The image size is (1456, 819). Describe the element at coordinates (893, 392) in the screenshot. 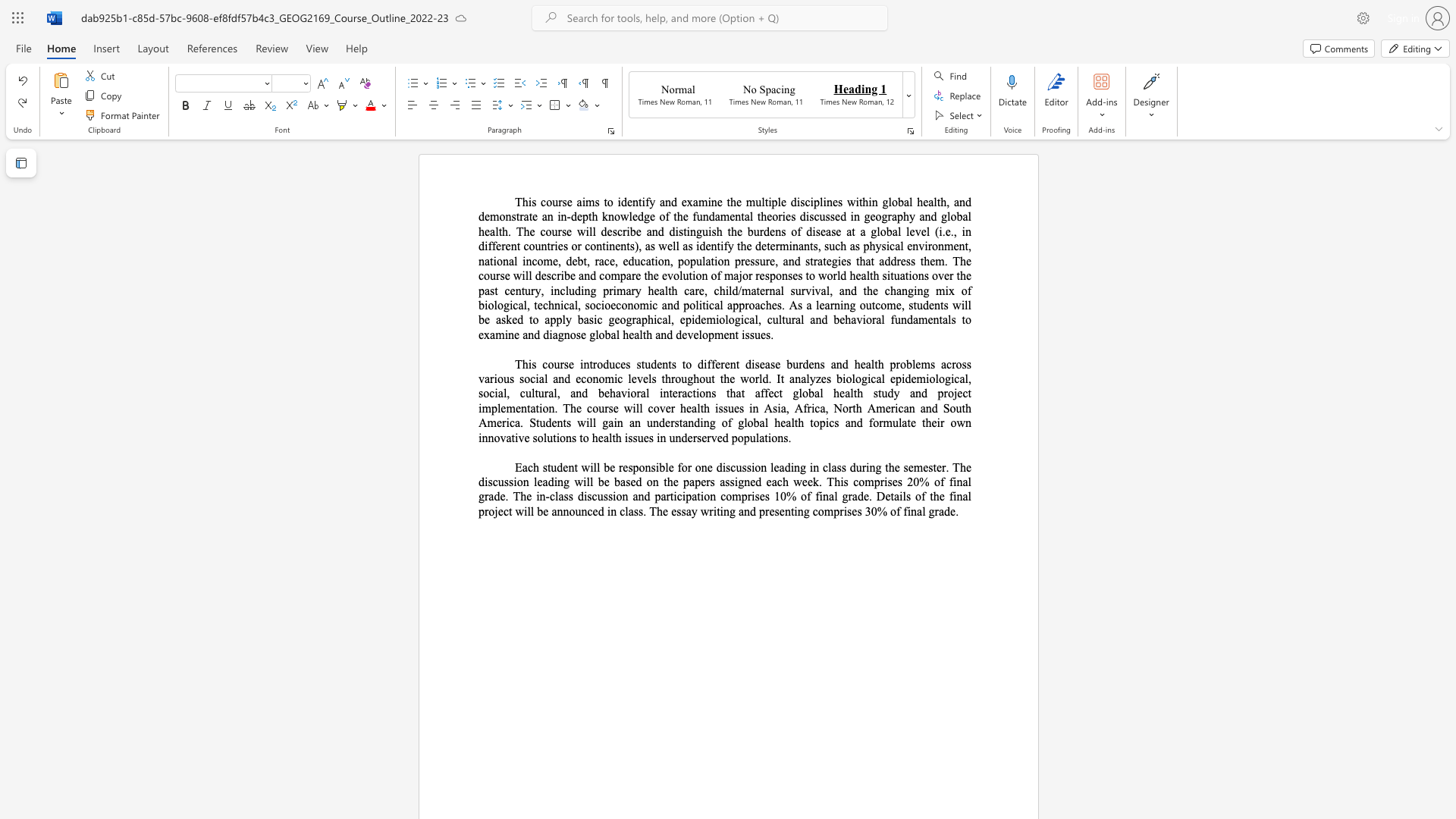

I see `the subset text "y and project implementation. The course will cover health issues in Asia, Africa, North Amer" within the text "This course introduces students to different disease burdens and health problems across various social and economic levels throughout the world. It analyzes biological epidemiological, social, cultural, and behavioral interactions that affect global health study and project implementation. The course will cover health issues in Asia, Africa, North American and South America. Students will gain an understanding of global health topics and formulate their own innovative solutions to health issues in underserv"` at that location.